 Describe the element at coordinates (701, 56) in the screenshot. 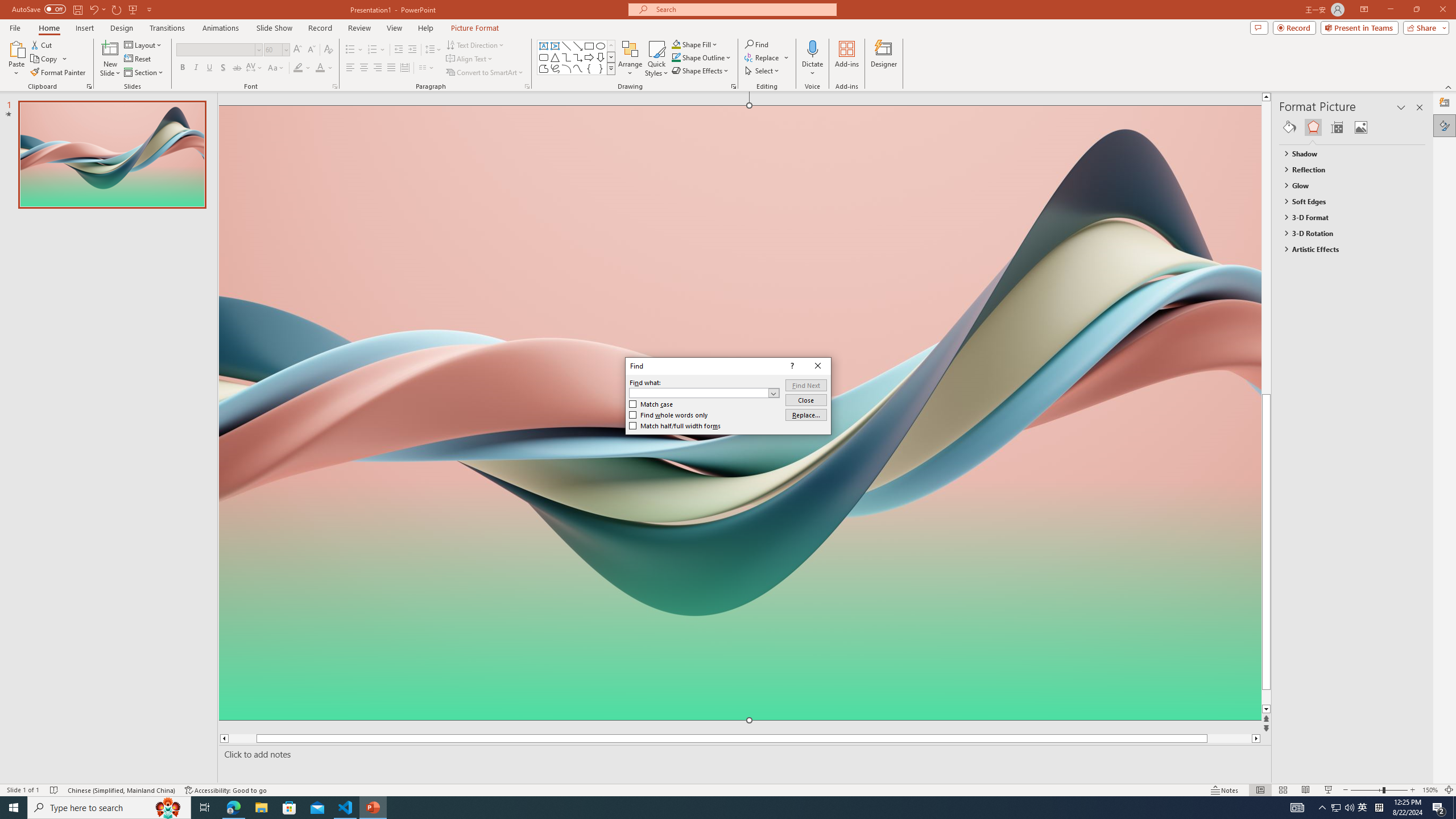

I see `'Shape Outline'` at that location.